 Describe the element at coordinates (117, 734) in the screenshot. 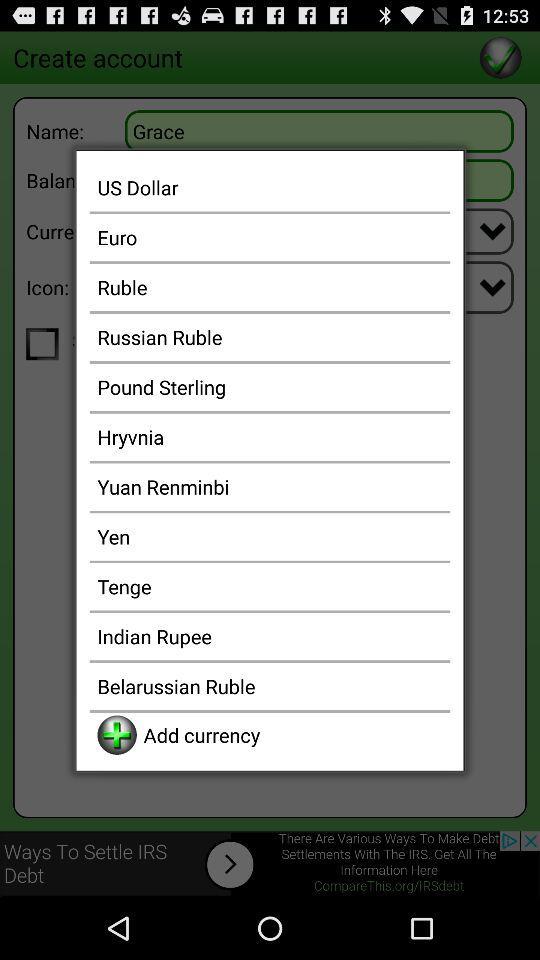

I see `the app to the left of the add currency` at that location.